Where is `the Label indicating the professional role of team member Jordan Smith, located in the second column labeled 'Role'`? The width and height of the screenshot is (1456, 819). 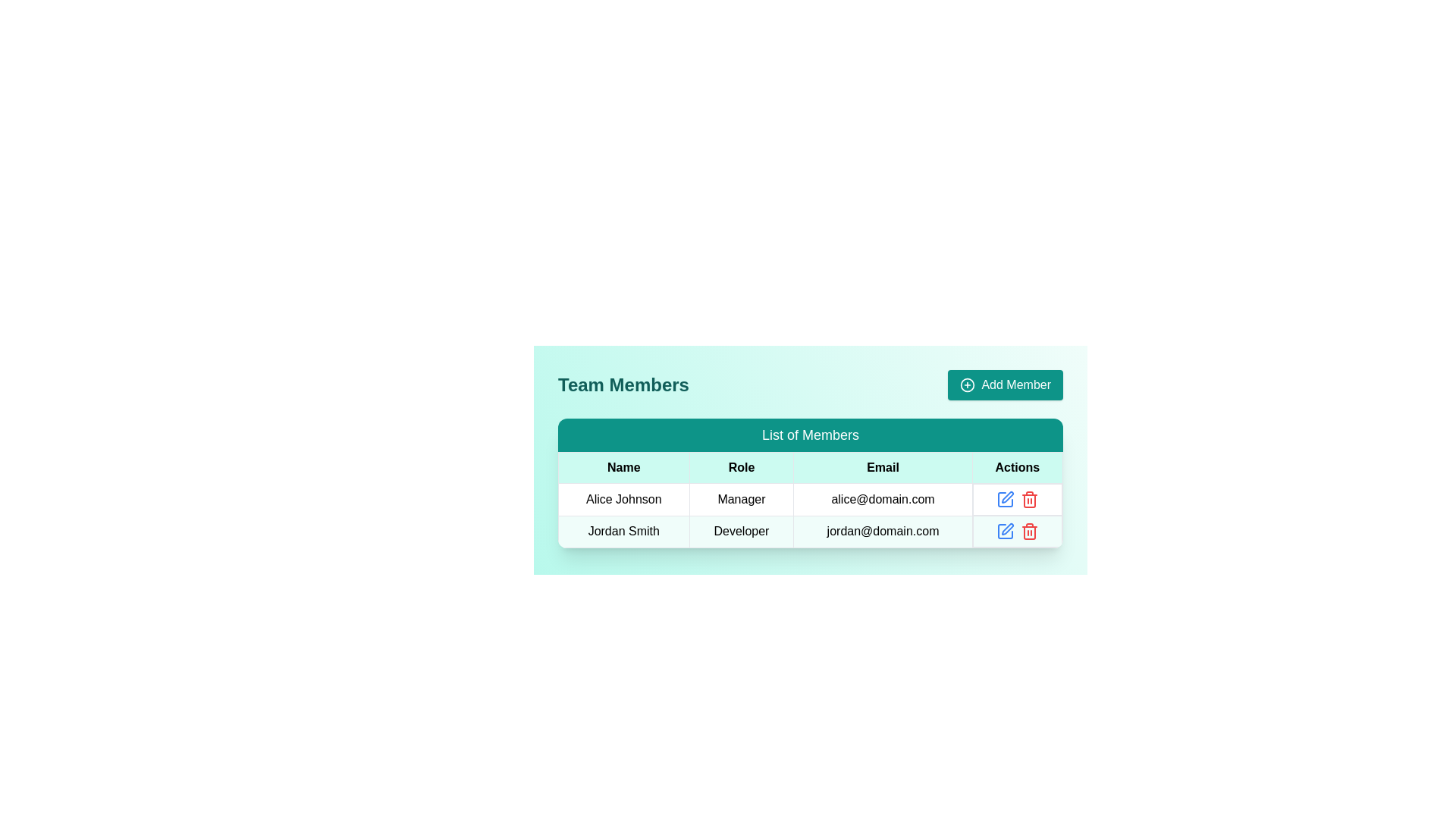 the Label indicating the professional role of team member Jordan Smith, located in the second column labeled 'Role' is located at coordinates (742, 531).